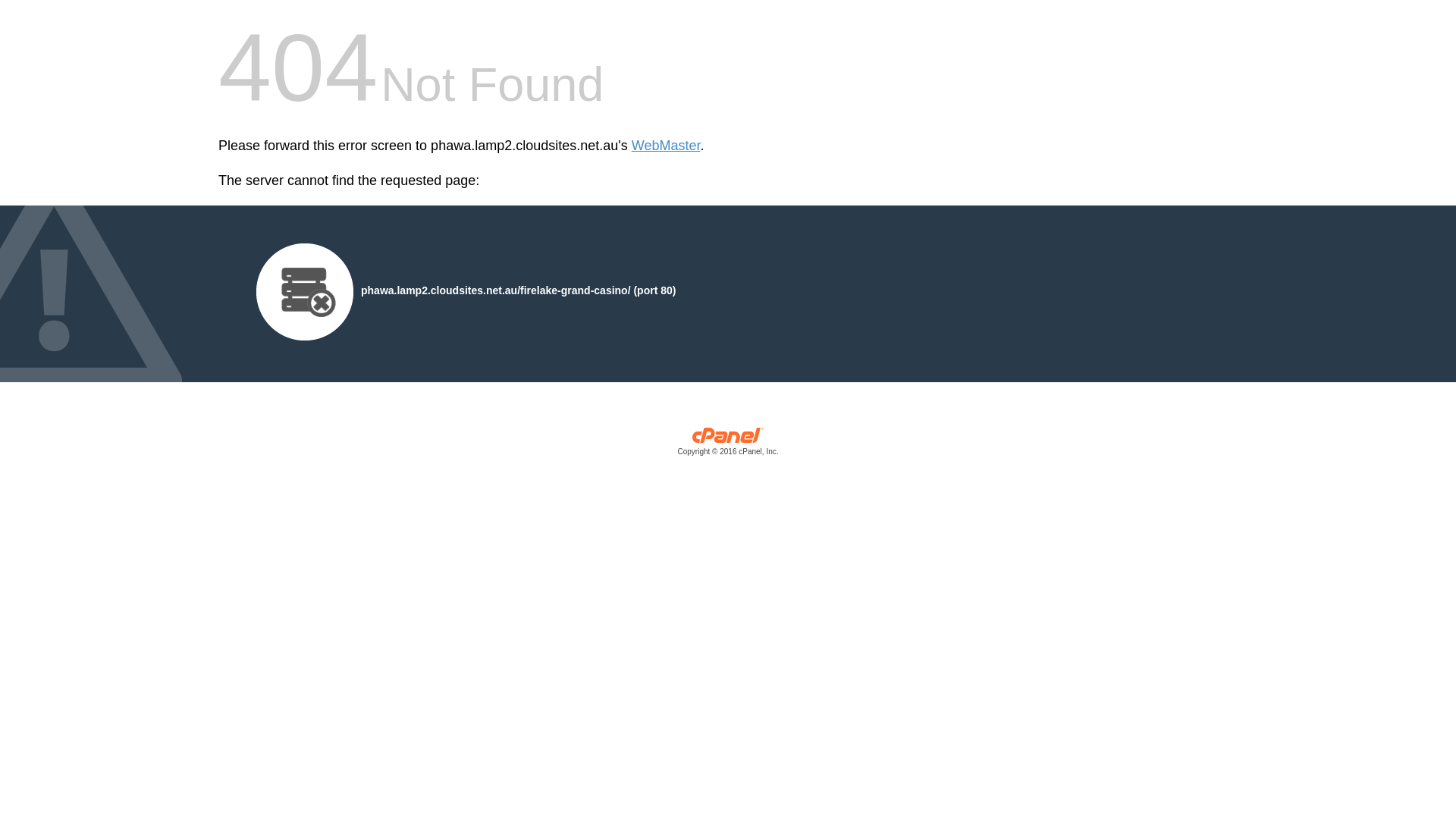 The width and height of the screenshot is (1456, 819). I want to click on 'WebMaster', so click(632, 146).